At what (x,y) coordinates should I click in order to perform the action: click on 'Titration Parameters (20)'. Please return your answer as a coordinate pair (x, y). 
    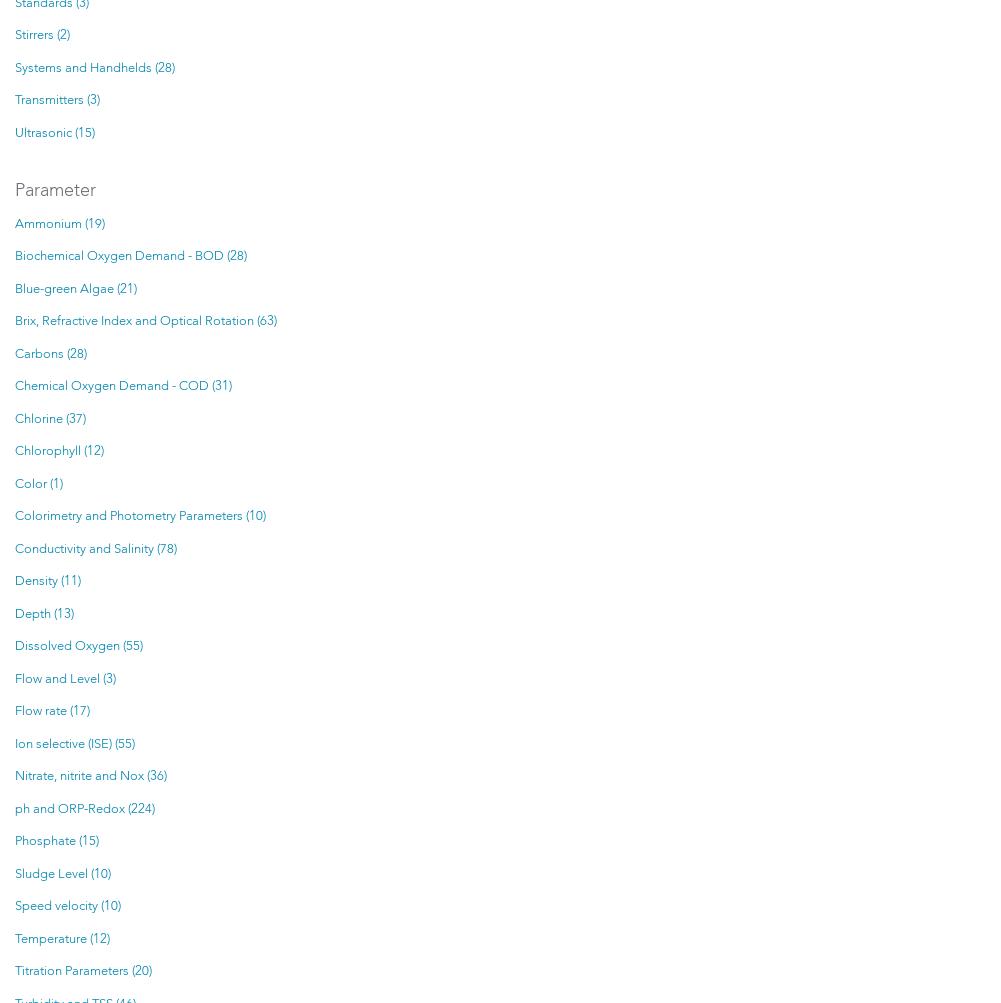
    Looking at the image, I should click on (82, 970).